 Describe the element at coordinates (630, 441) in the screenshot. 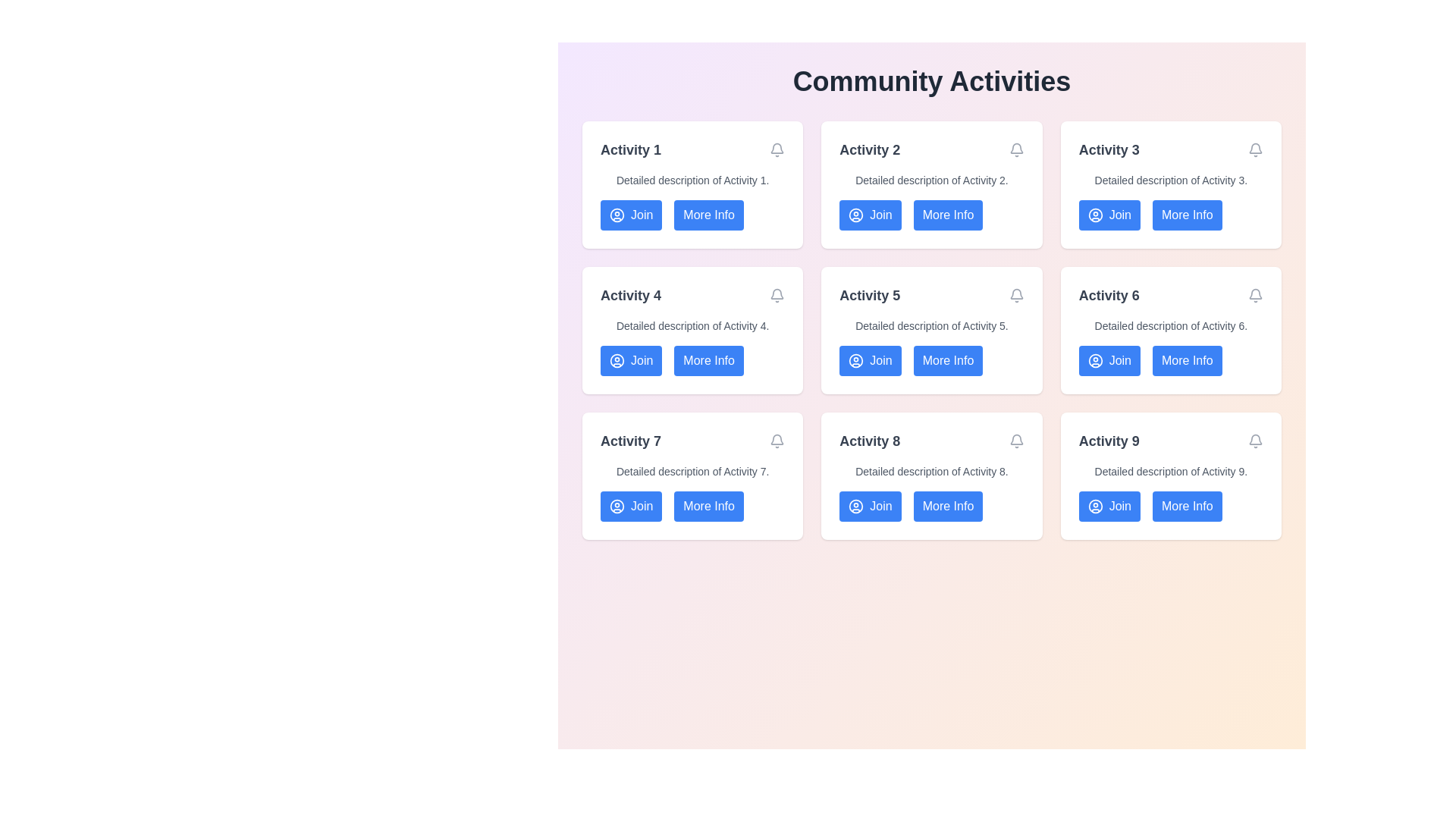

I see `the static text label displaying 'Activity 7', which is located in the bottom-left part of the grid layout and serves as a prominent title for its section` at that location.